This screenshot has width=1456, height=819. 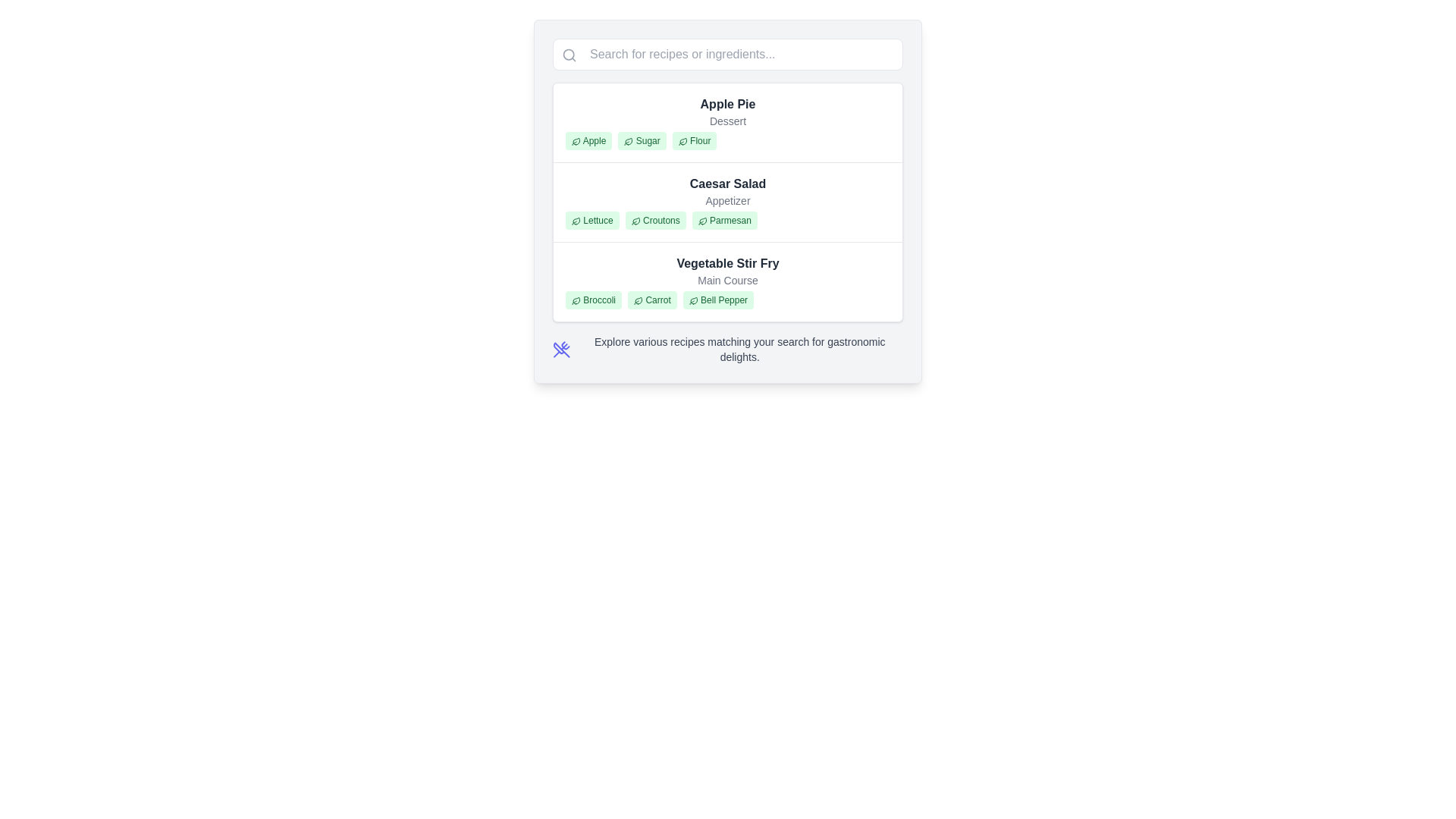 I want to click on the label 'Sugar' which is the second item in the horizontal list under the section labeled 'Apple Pie', so click(x=642, y=140).